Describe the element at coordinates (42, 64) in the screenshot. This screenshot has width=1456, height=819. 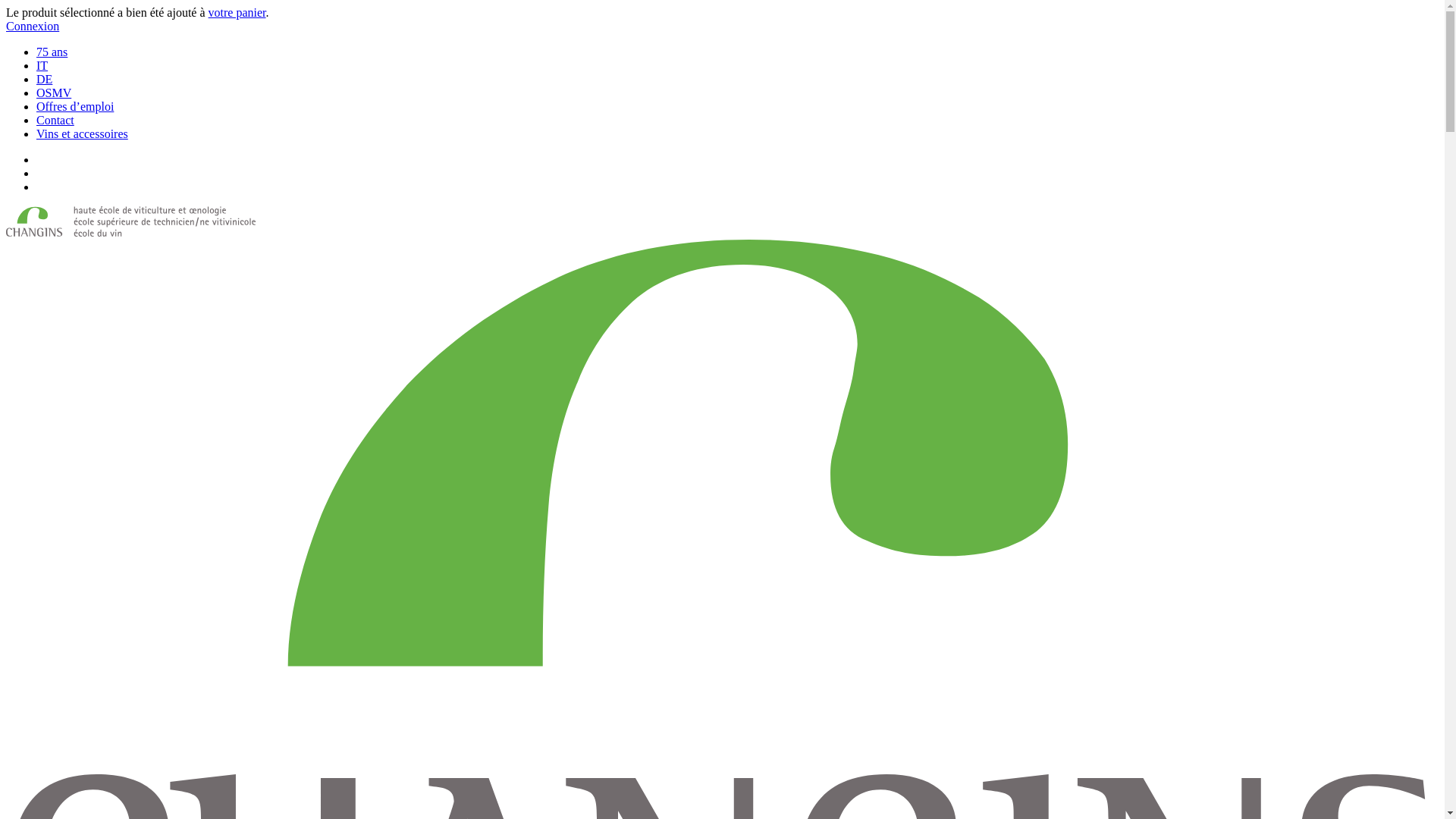
I see `'IT'` at that location.